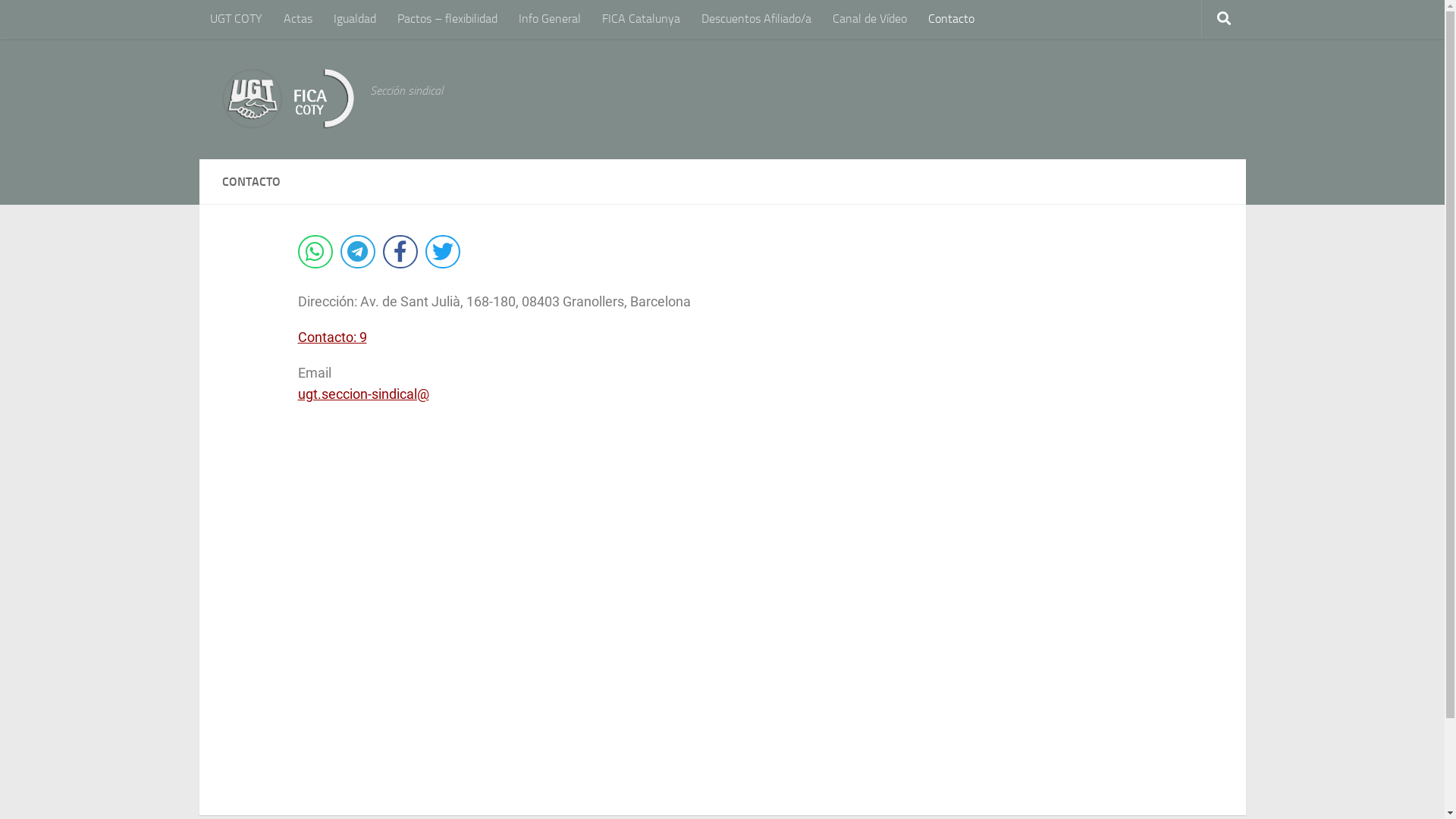  I want to click on 'Actas', so click(273, 18).